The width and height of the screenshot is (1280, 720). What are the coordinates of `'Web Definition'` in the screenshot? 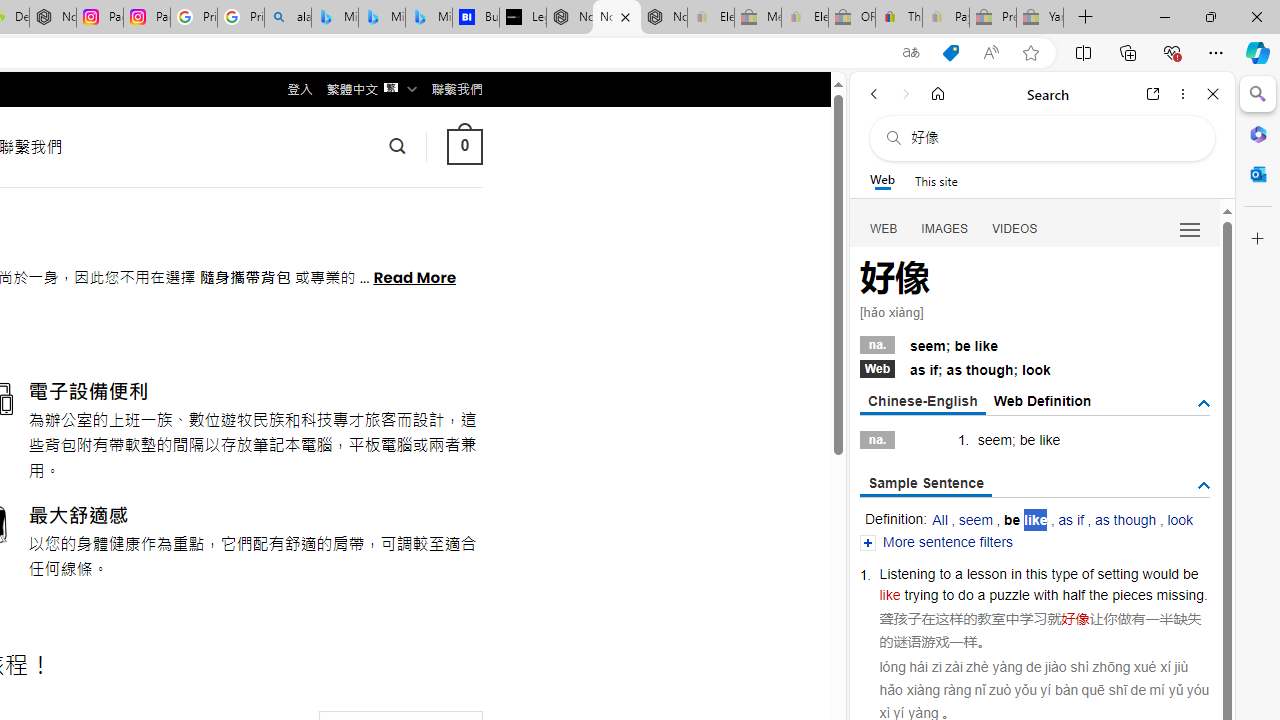 It's located at (1041, 401).